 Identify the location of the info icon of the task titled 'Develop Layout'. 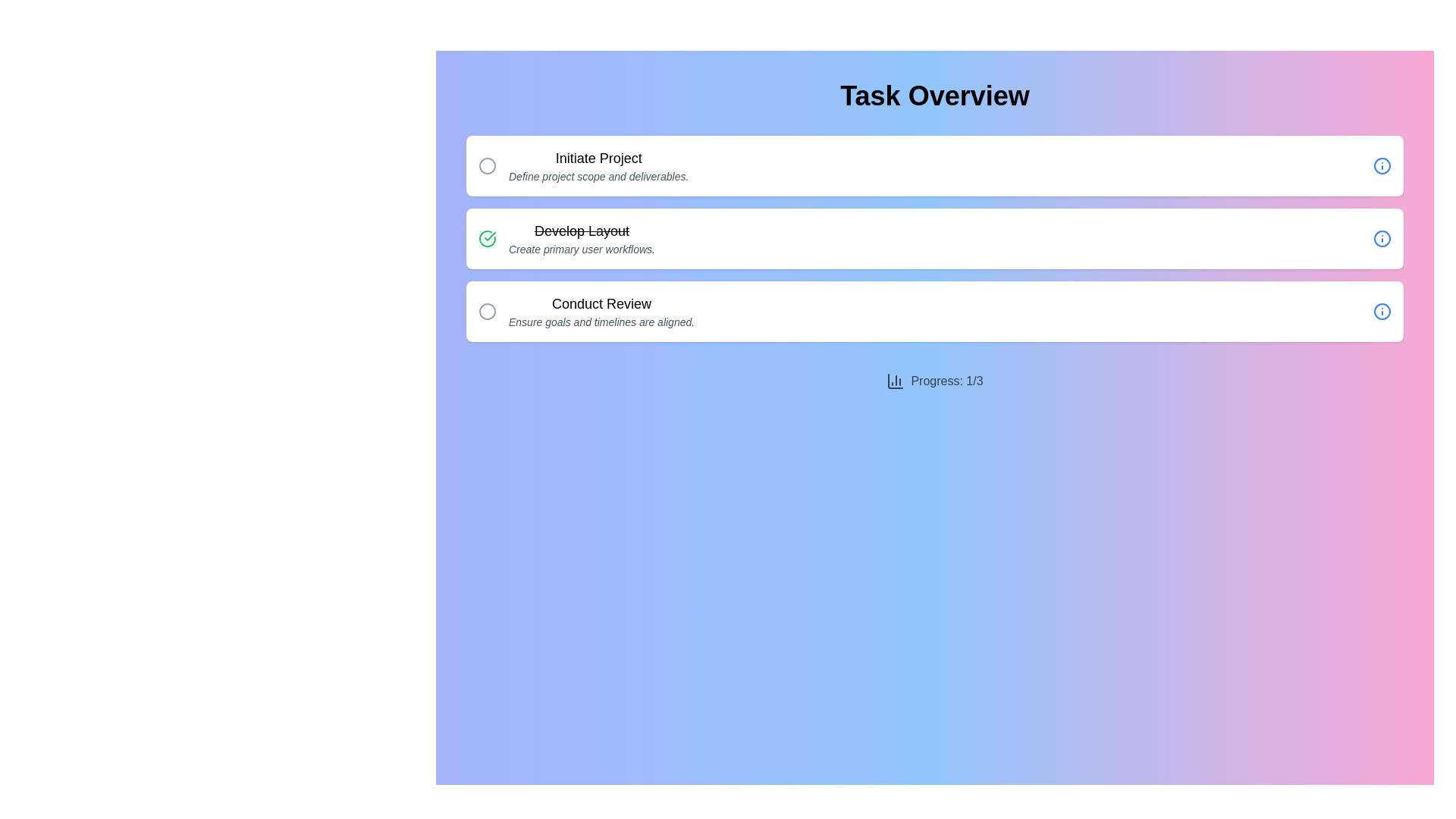
(1382, 239).